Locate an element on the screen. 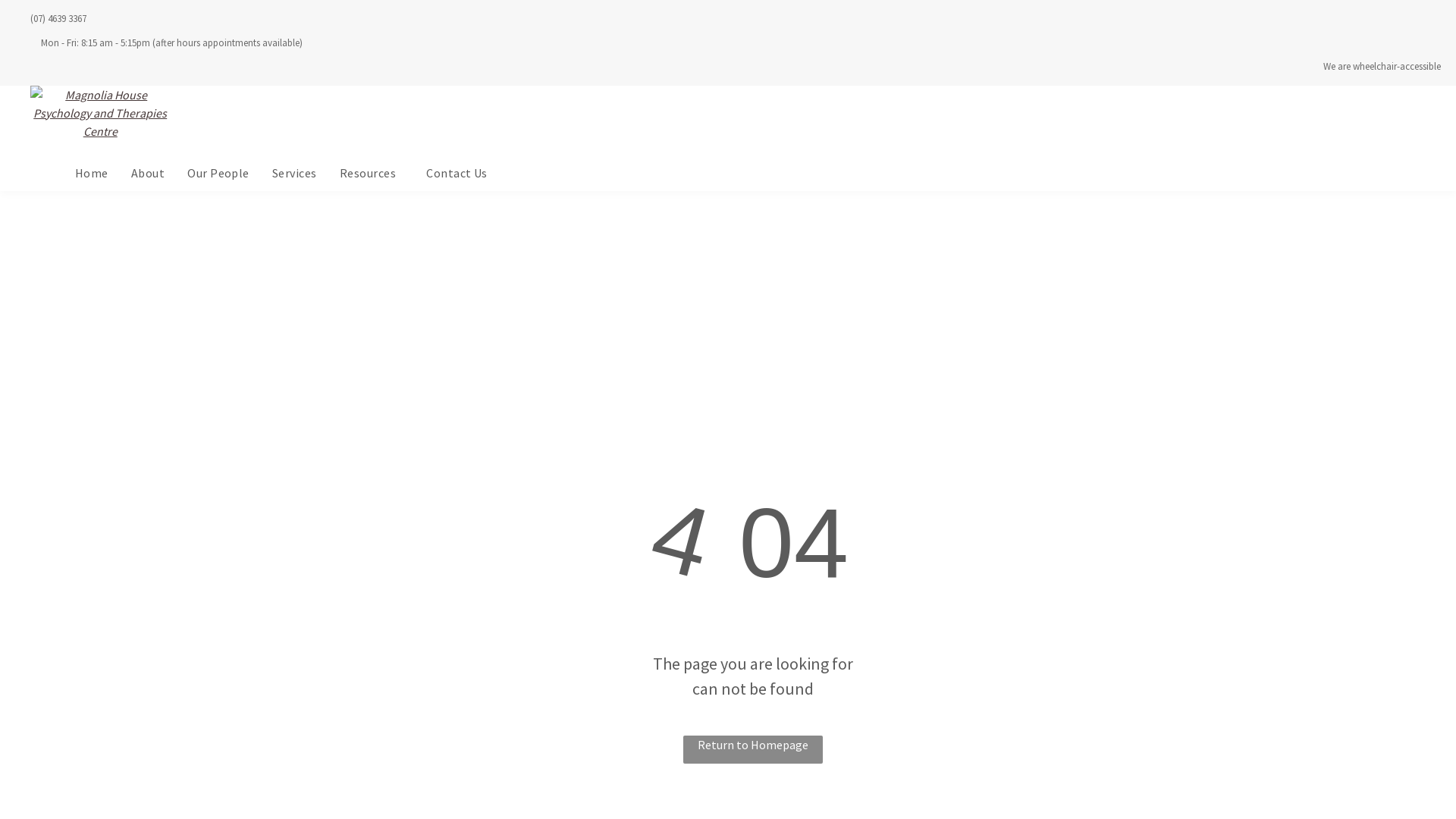 The height and width of the screenshot is (819, 1456). 'Home' is located at coordinates (90, 171).